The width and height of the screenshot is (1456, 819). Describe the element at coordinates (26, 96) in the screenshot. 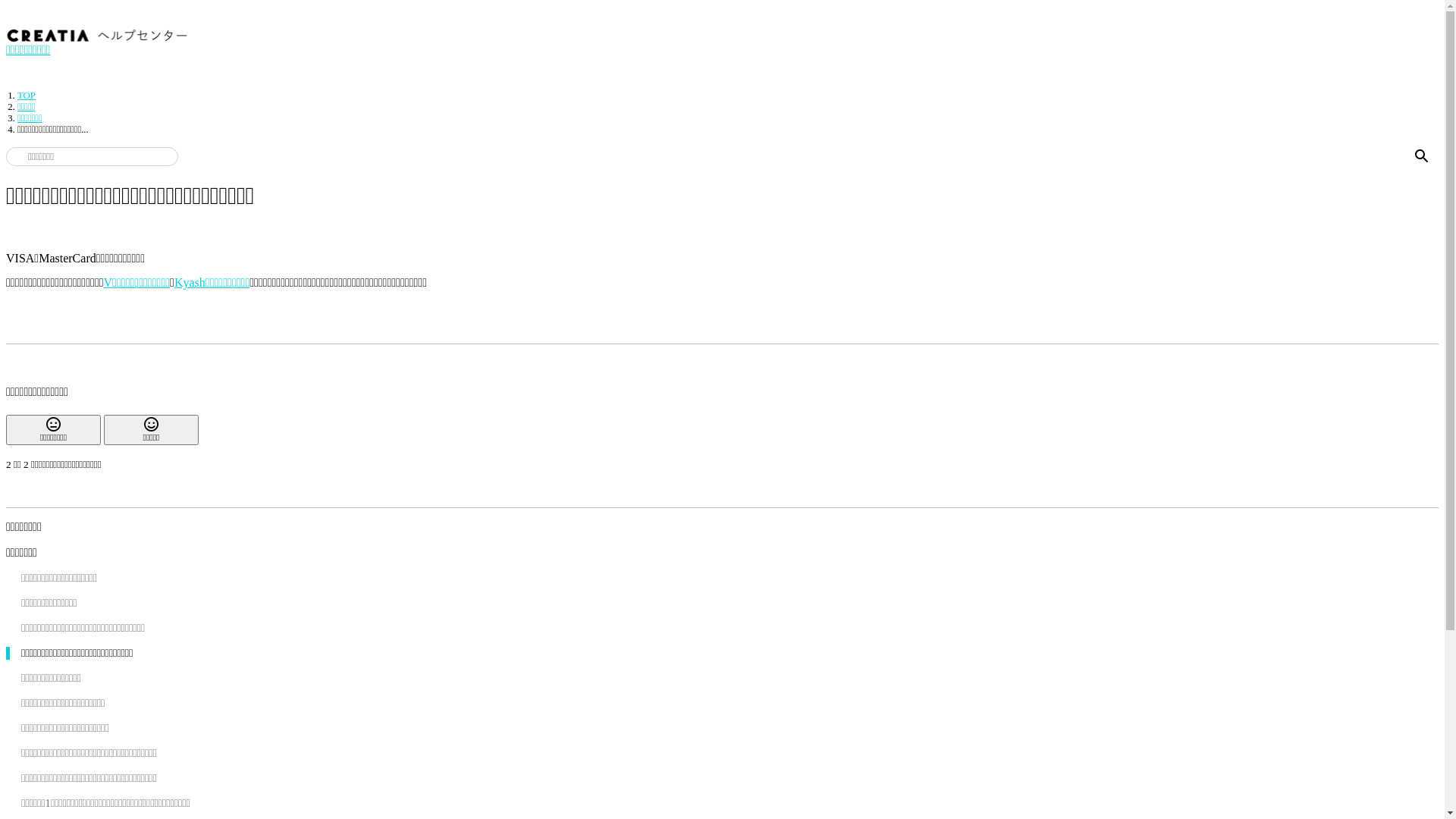

I see `'TOP'` at that location.